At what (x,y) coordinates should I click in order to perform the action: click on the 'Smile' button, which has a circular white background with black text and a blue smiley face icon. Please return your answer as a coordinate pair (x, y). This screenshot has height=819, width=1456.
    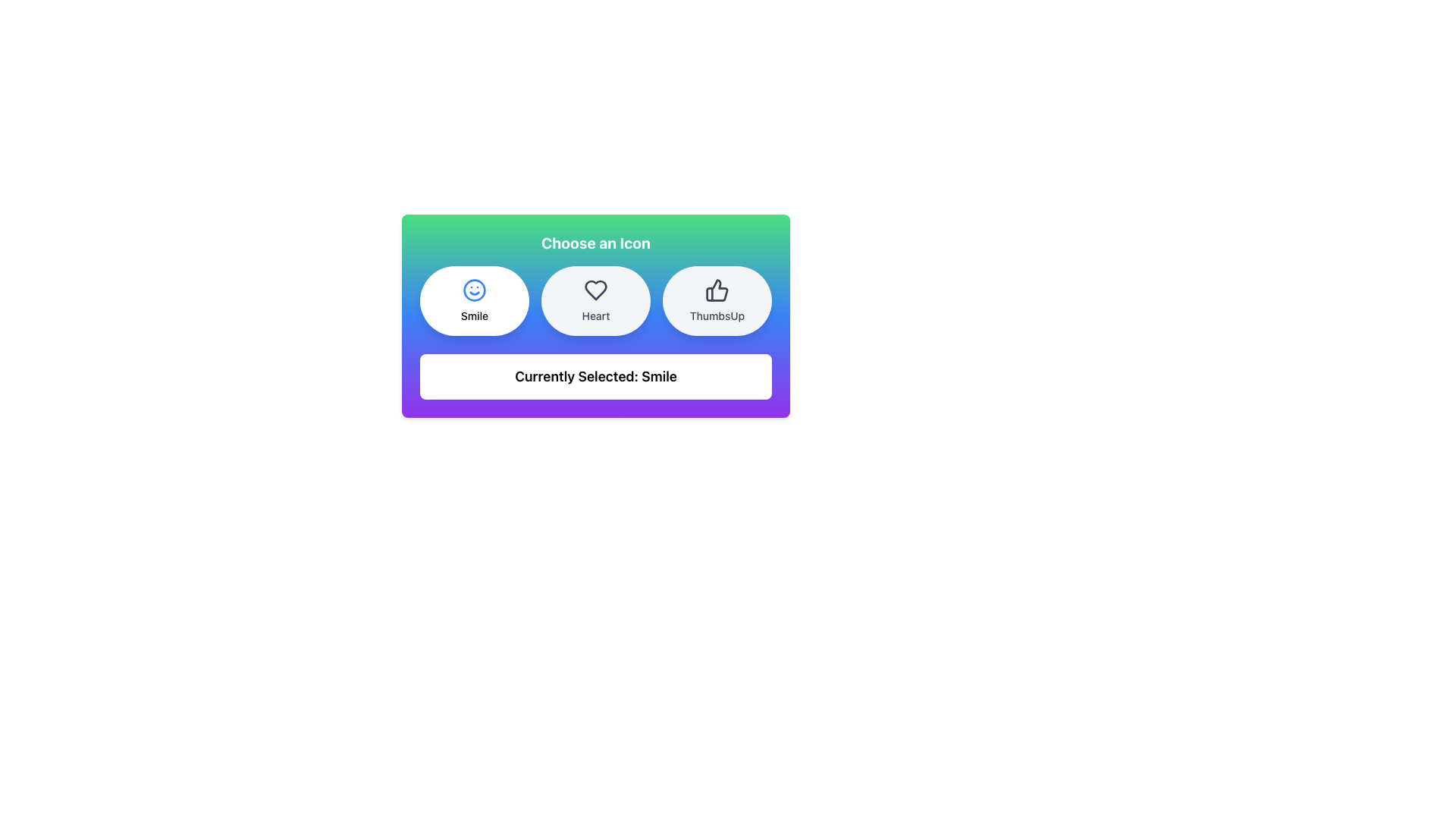
    Looking at the image, I should click on (473, 301).